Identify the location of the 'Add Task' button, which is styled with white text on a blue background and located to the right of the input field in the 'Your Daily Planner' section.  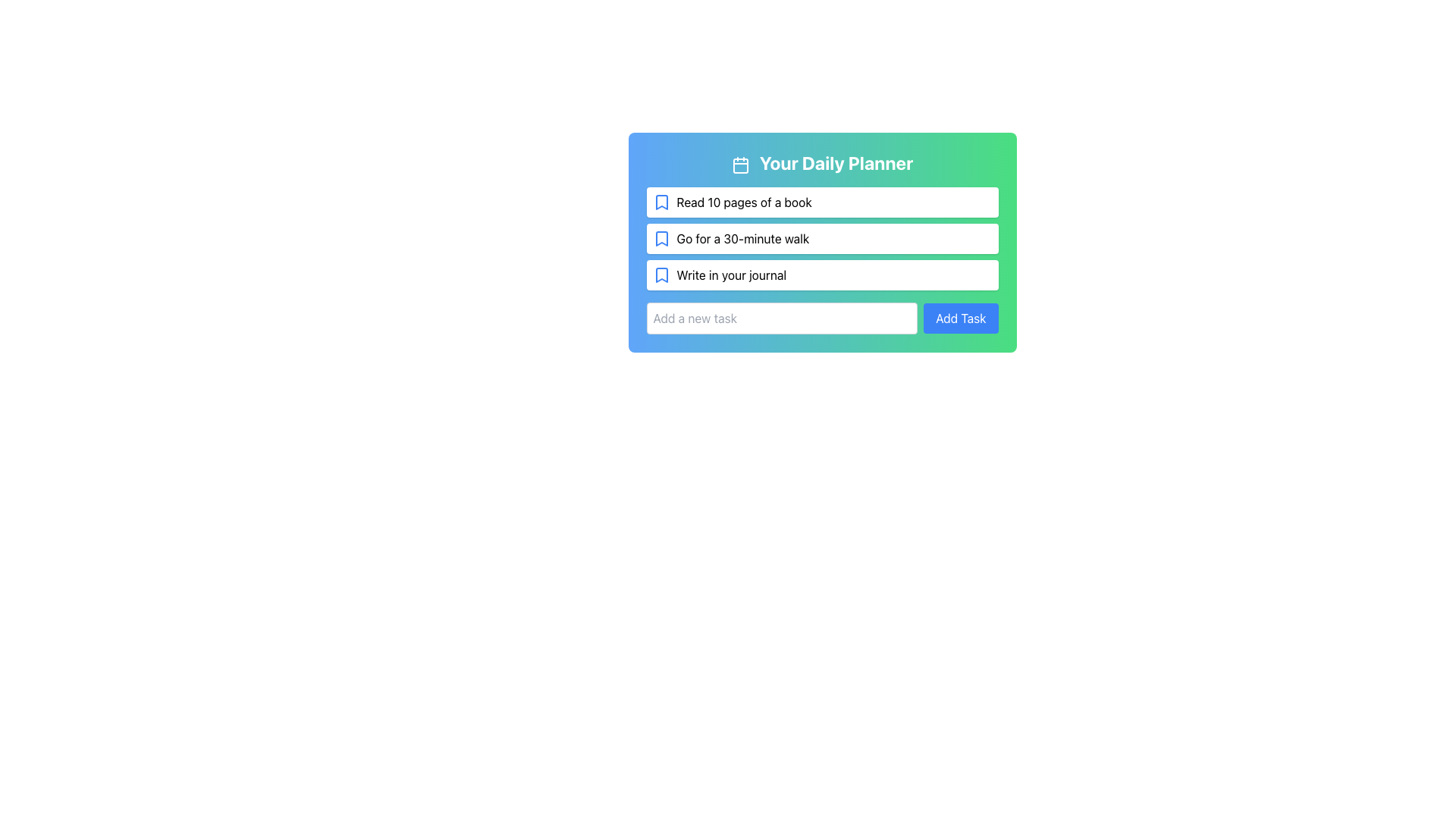
(960, 318).